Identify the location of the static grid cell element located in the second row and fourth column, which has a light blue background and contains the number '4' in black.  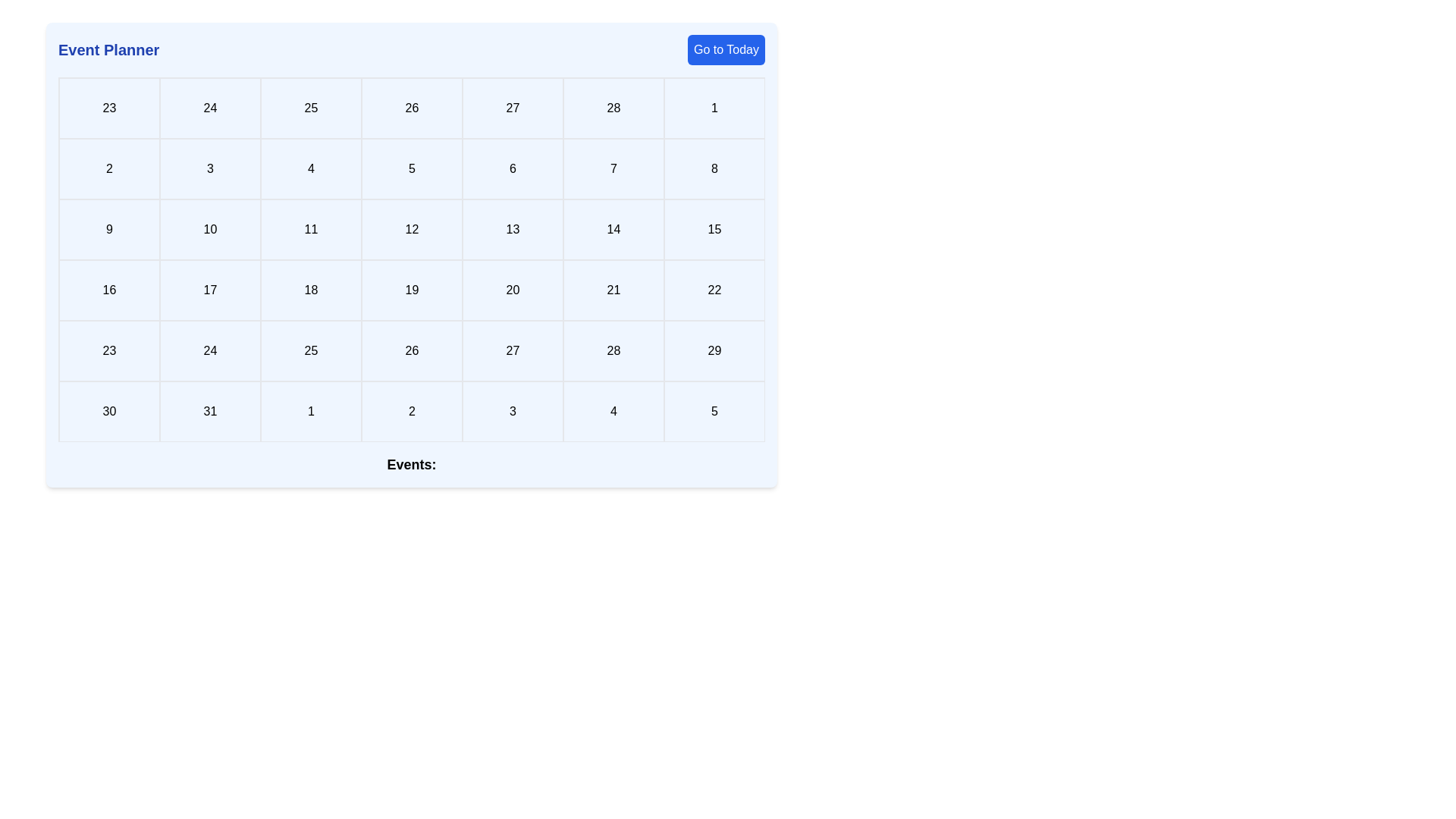
(310, 169).